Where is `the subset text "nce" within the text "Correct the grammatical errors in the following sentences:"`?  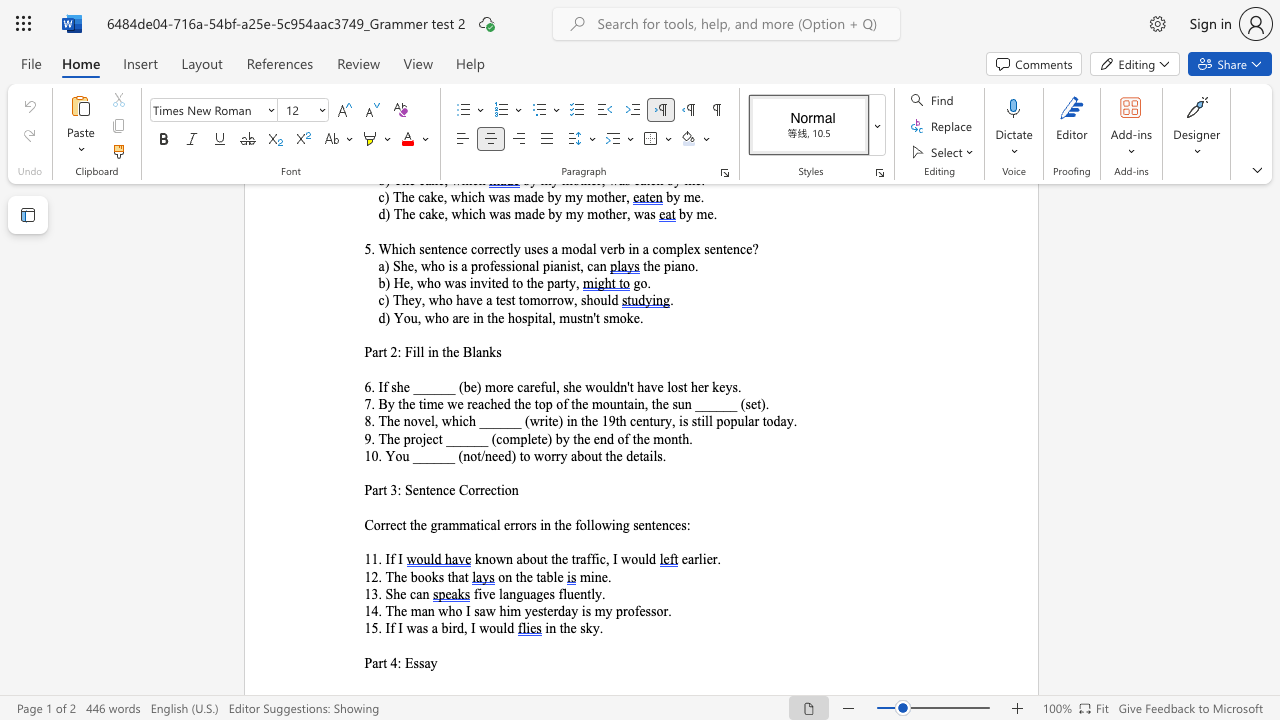
the subset text "nce" within the text "Correct the grammatical errors in the following sentences:" is located at coordinates (661, 524).